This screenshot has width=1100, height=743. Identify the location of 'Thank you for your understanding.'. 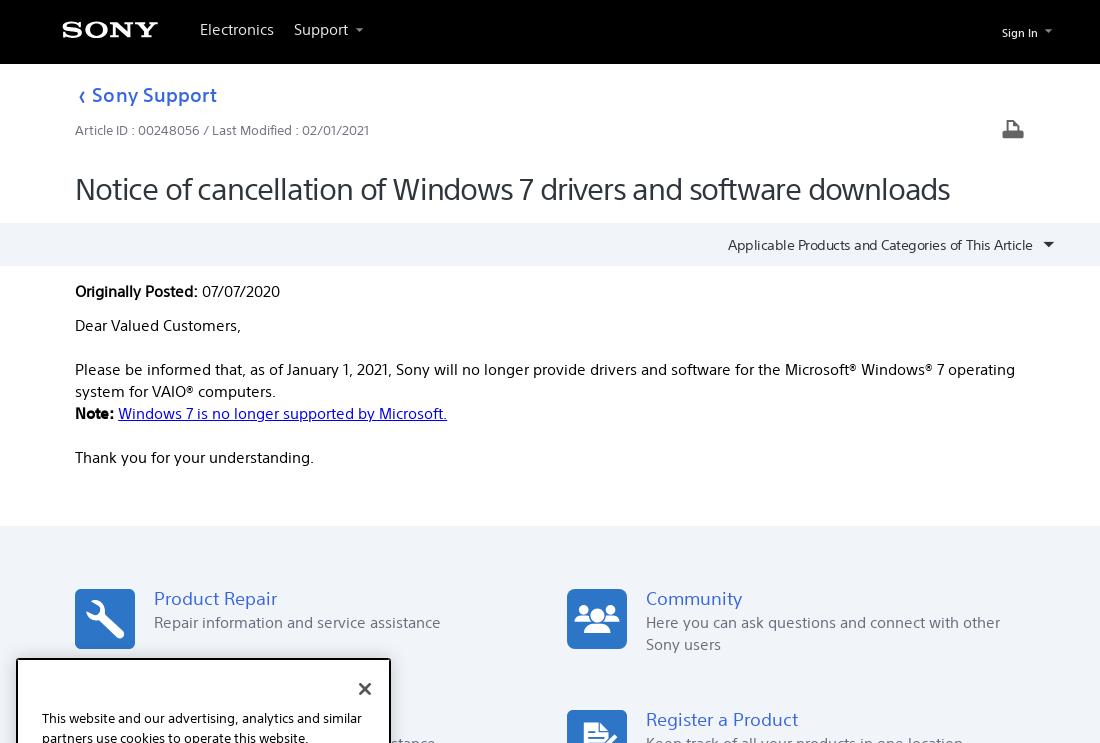
(193, 456).